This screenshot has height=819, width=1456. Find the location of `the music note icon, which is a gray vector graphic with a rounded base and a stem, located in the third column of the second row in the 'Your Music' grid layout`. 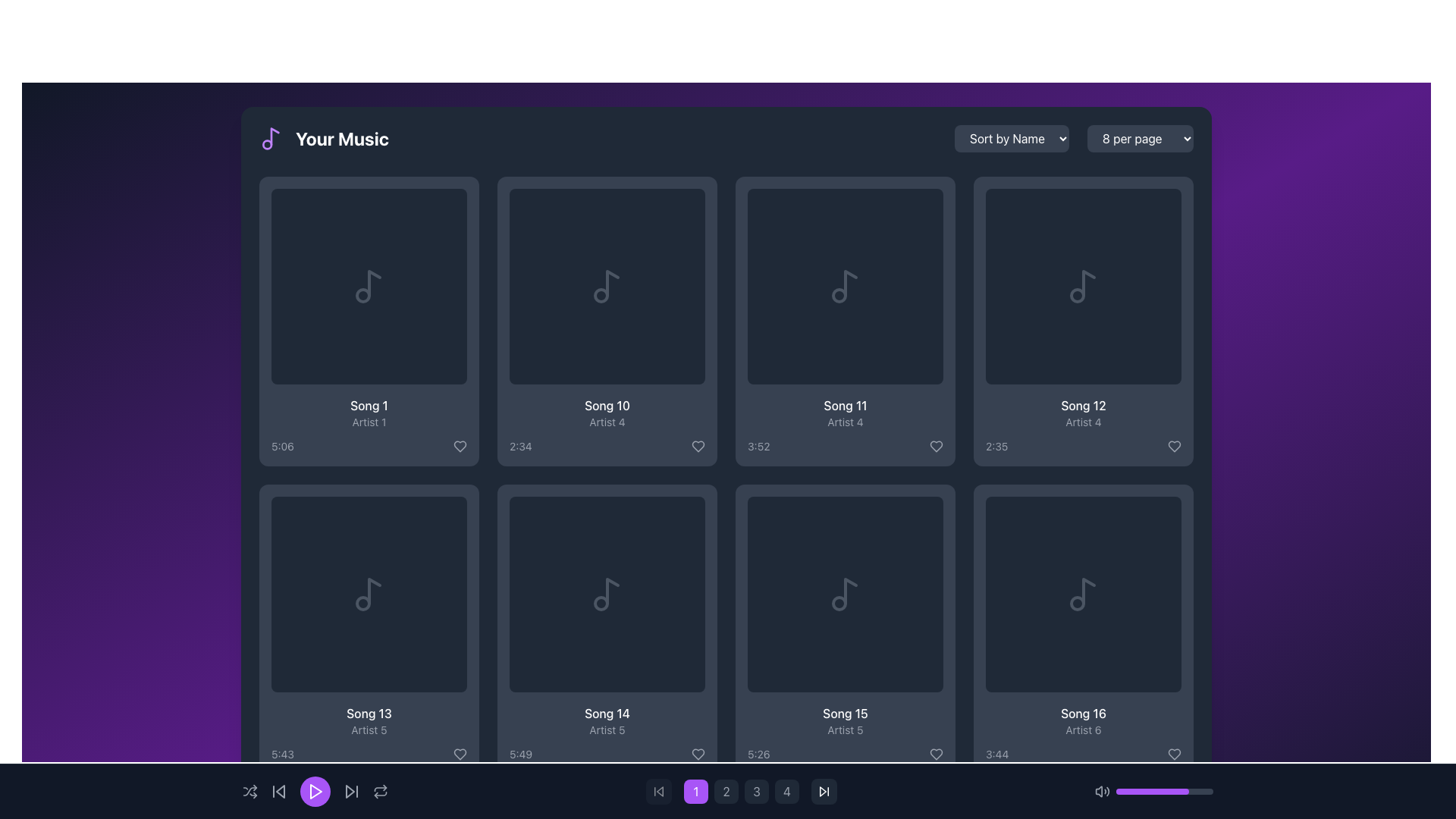

the music note icon, which is a gray vector graphic with a rounded base and a stem, located in the third column of the second row in the 'Your Music' grid layout is located at coordinates (844, 287).